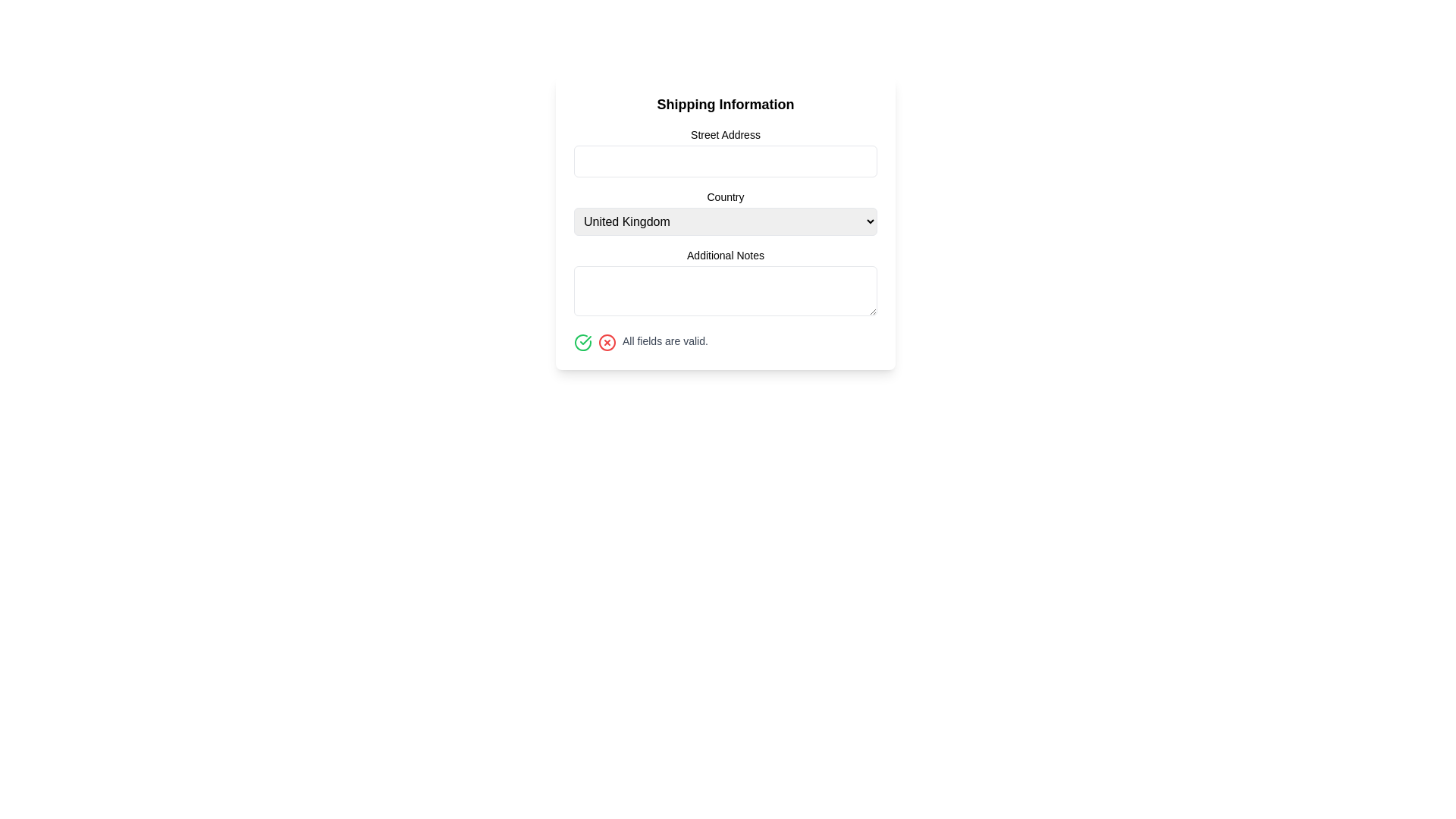  What do you see at coordinates (724, 221) in the screenshot?
I see `an option from the 'Country' dropdown menu located in the 'Shipping Information' form by clicking on it` at bounding box center [724, 221].